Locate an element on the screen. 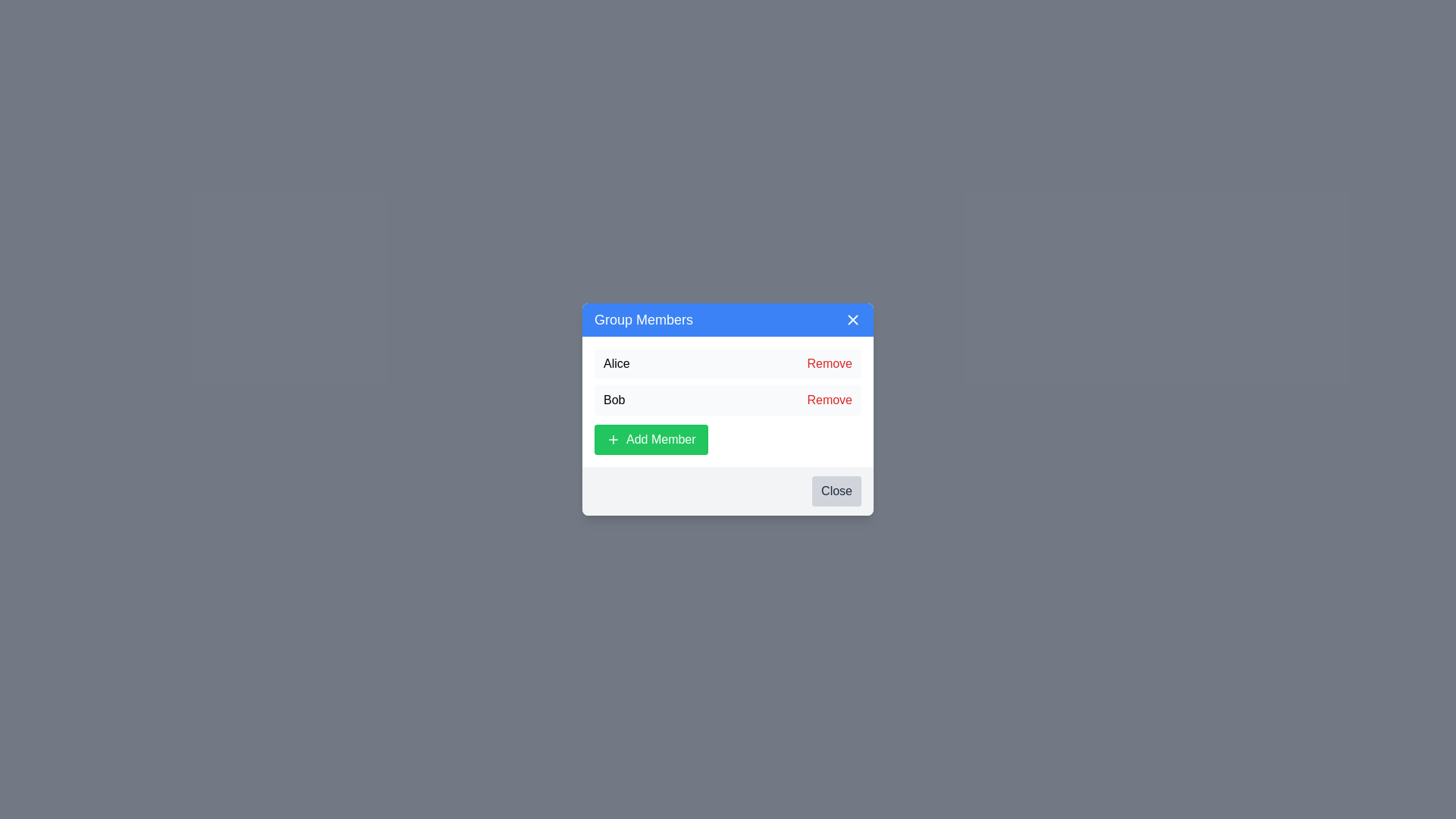 The width and height of the screenshot is (1456, 819). the clickable text link to remove the user 'Alice' from the group is located at coordinates (829, 363).